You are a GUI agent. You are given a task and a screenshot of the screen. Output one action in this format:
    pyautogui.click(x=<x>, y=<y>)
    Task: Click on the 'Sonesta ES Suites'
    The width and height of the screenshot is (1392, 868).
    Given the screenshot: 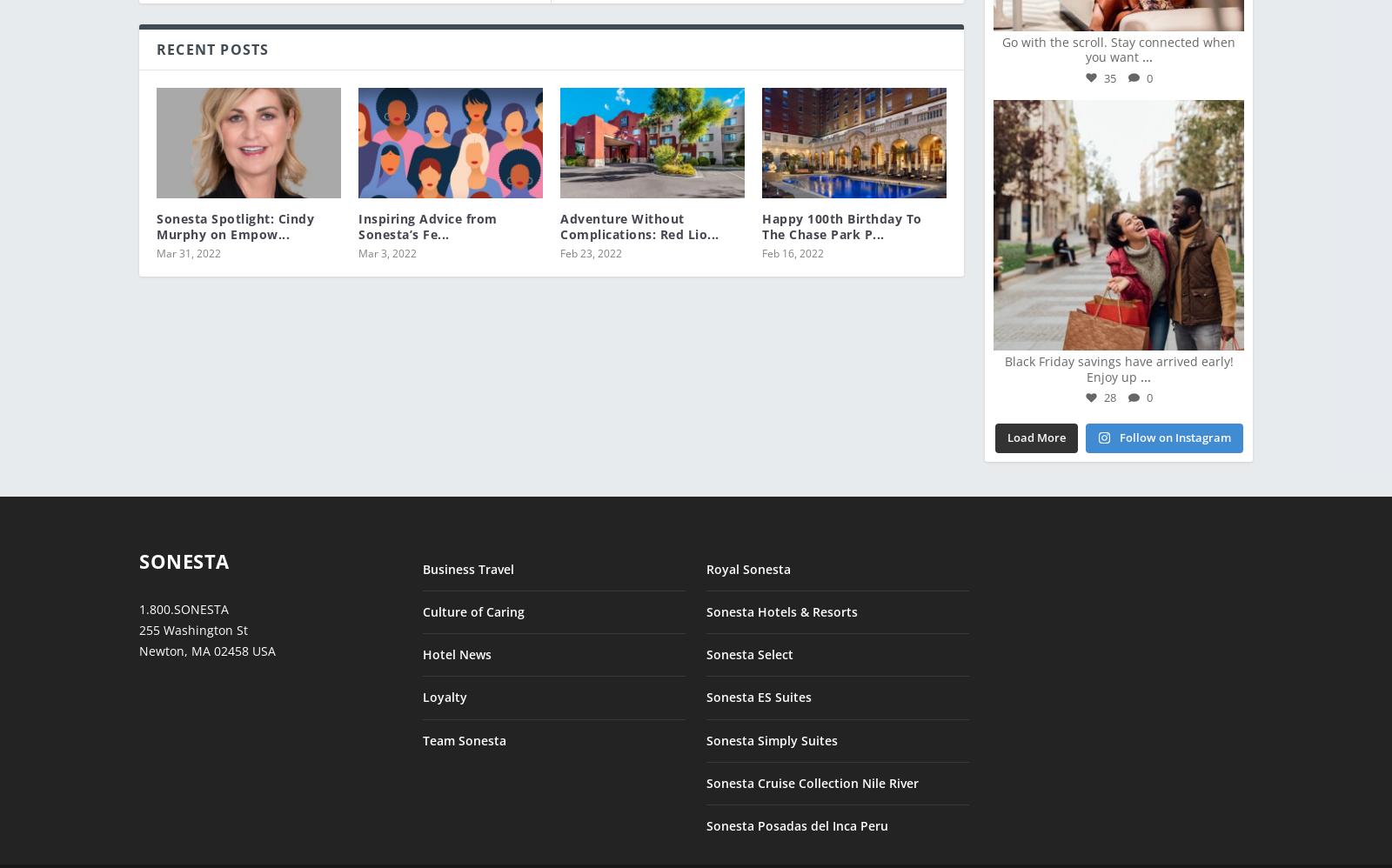 What is the action you would take?
    pyautogui.click(x=705, y=684)
    